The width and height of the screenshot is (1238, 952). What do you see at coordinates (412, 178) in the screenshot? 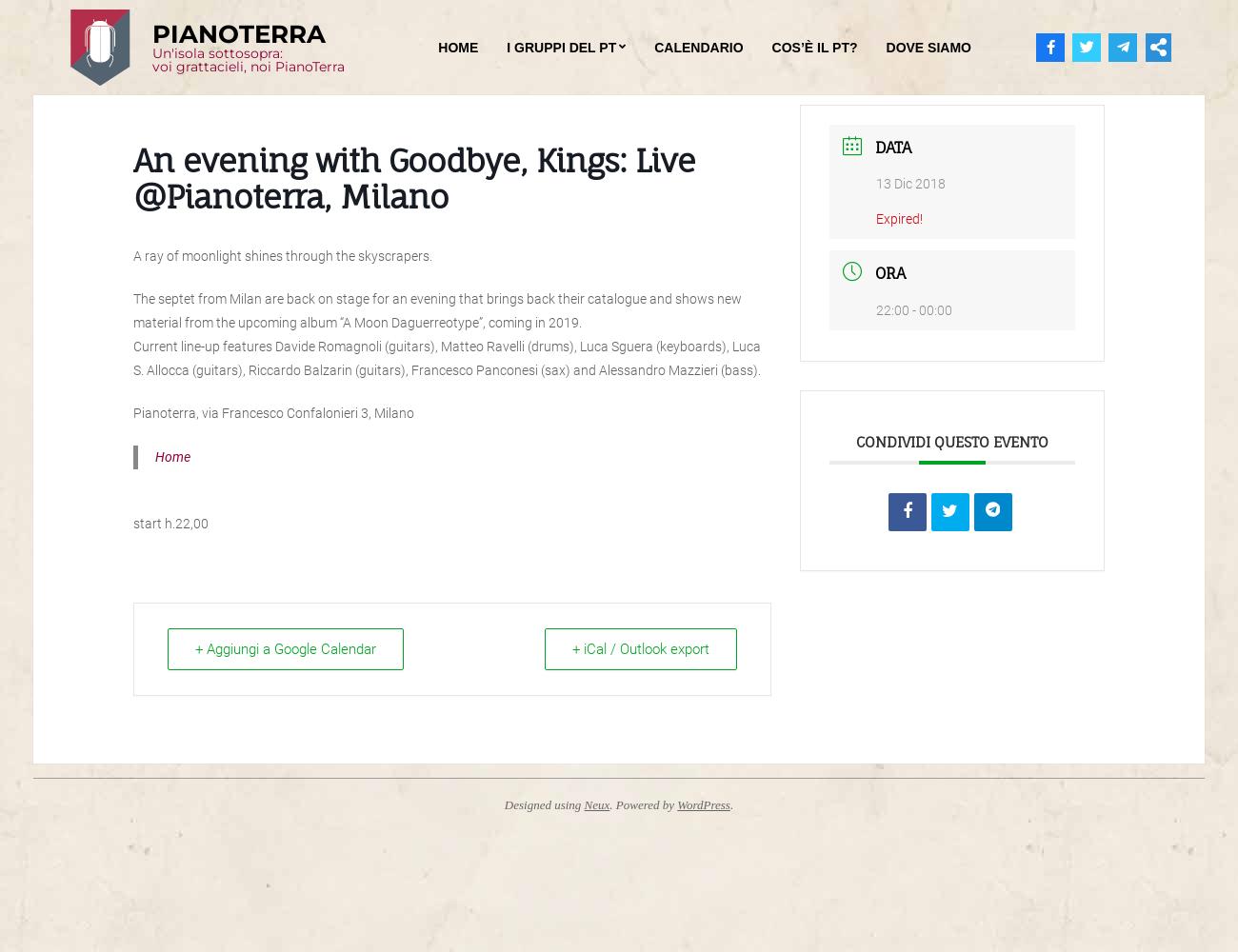
I see `'An evening with Goodbye, Kings: Live @Pianoterra, Milano'` at bounding box center [412, 178].